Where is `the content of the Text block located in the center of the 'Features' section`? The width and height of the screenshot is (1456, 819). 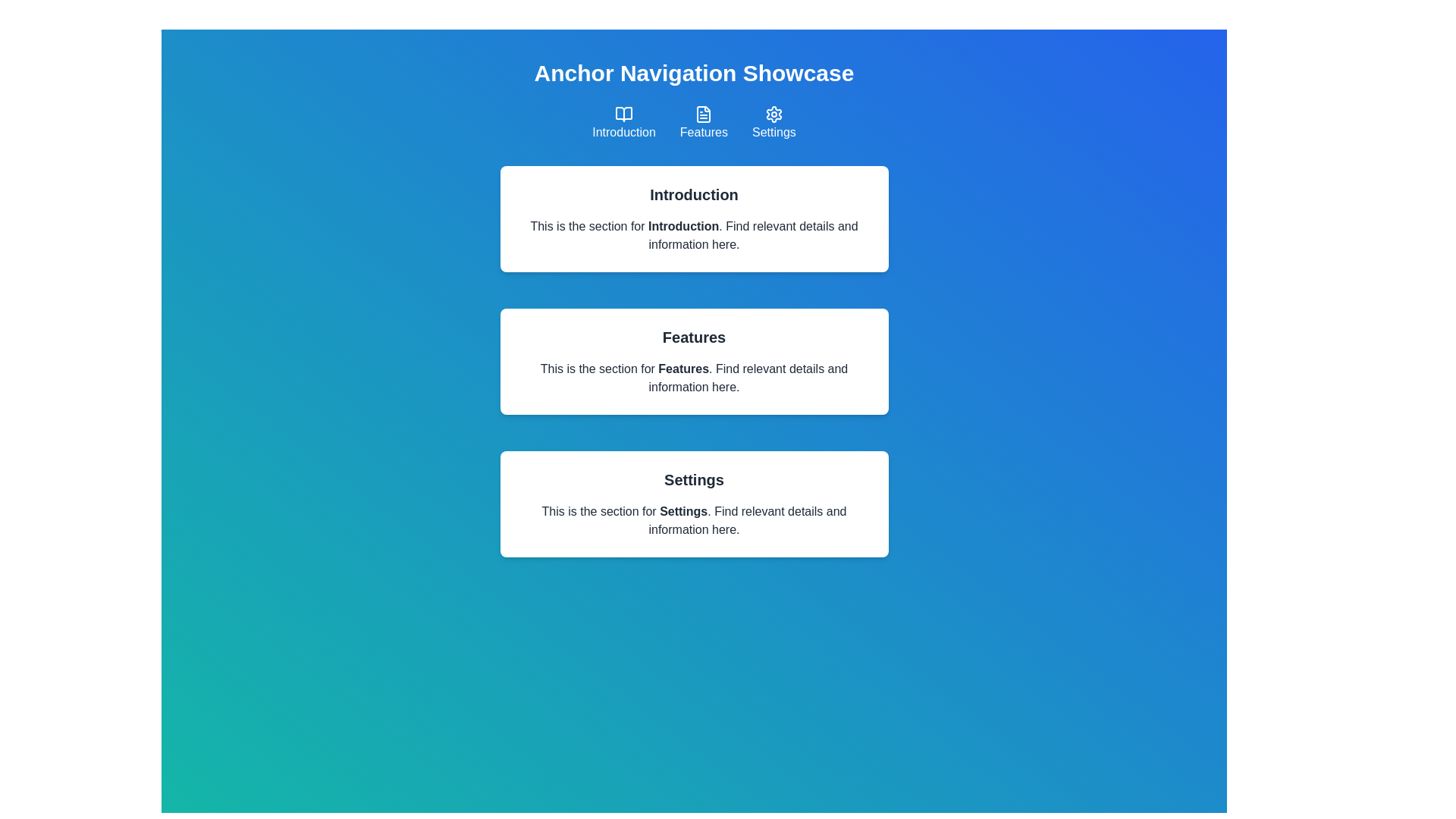
the content of the Text block located in the center of the 'Features' section is located at coordinates (693, 377).